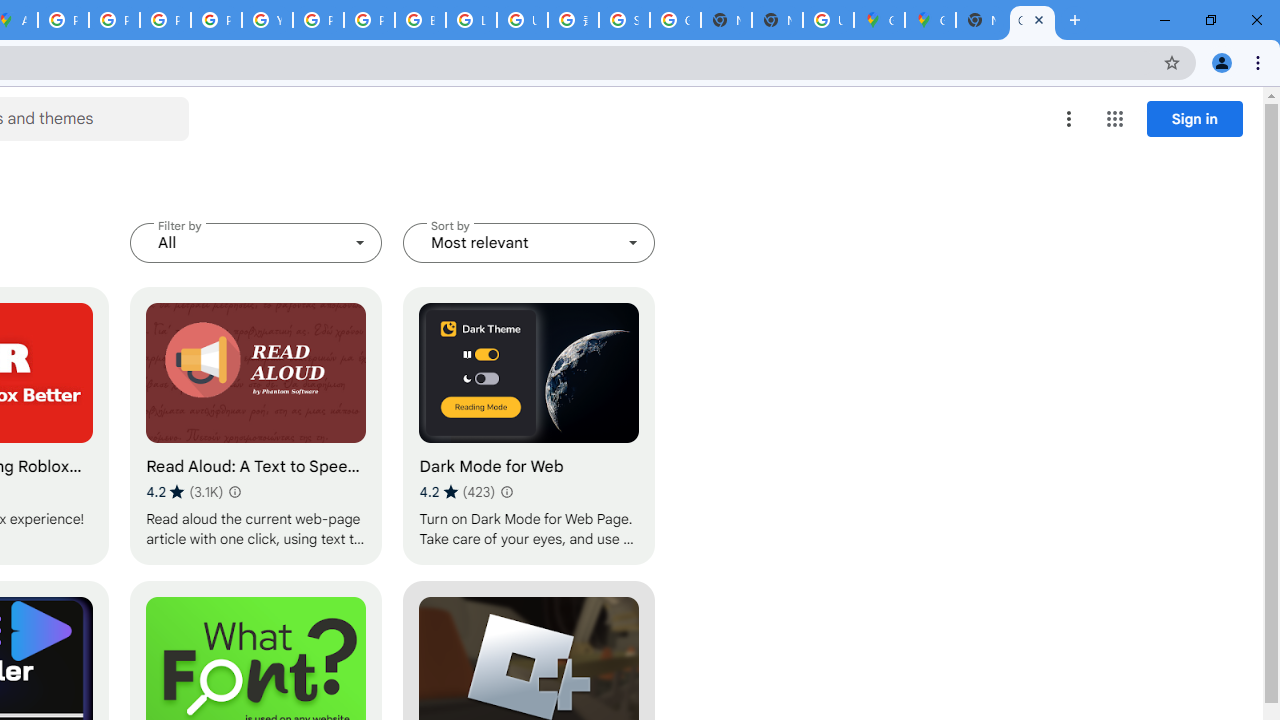  What do you see at coordinates (64, 20) in the screenshot?
I see `'Policy Accountability and Transparency - Transparency Center'` at bounding box center [64, 20].